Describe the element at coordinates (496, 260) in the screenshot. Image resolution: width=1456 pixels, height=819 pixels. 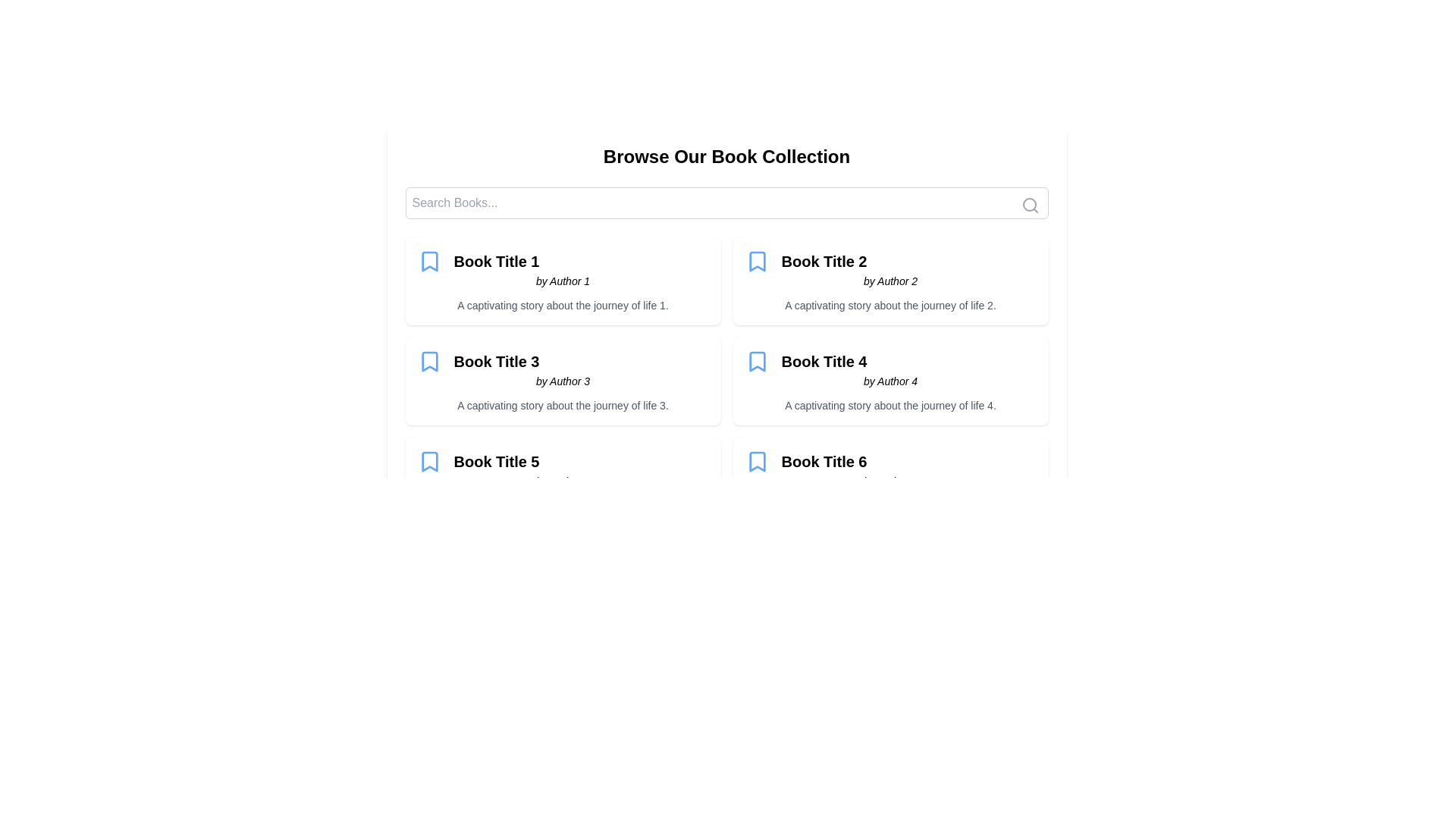
I see `the text label displaying 'Book Title 1', which is prominently styled in bold next to a blue bookmark icon` at that location.